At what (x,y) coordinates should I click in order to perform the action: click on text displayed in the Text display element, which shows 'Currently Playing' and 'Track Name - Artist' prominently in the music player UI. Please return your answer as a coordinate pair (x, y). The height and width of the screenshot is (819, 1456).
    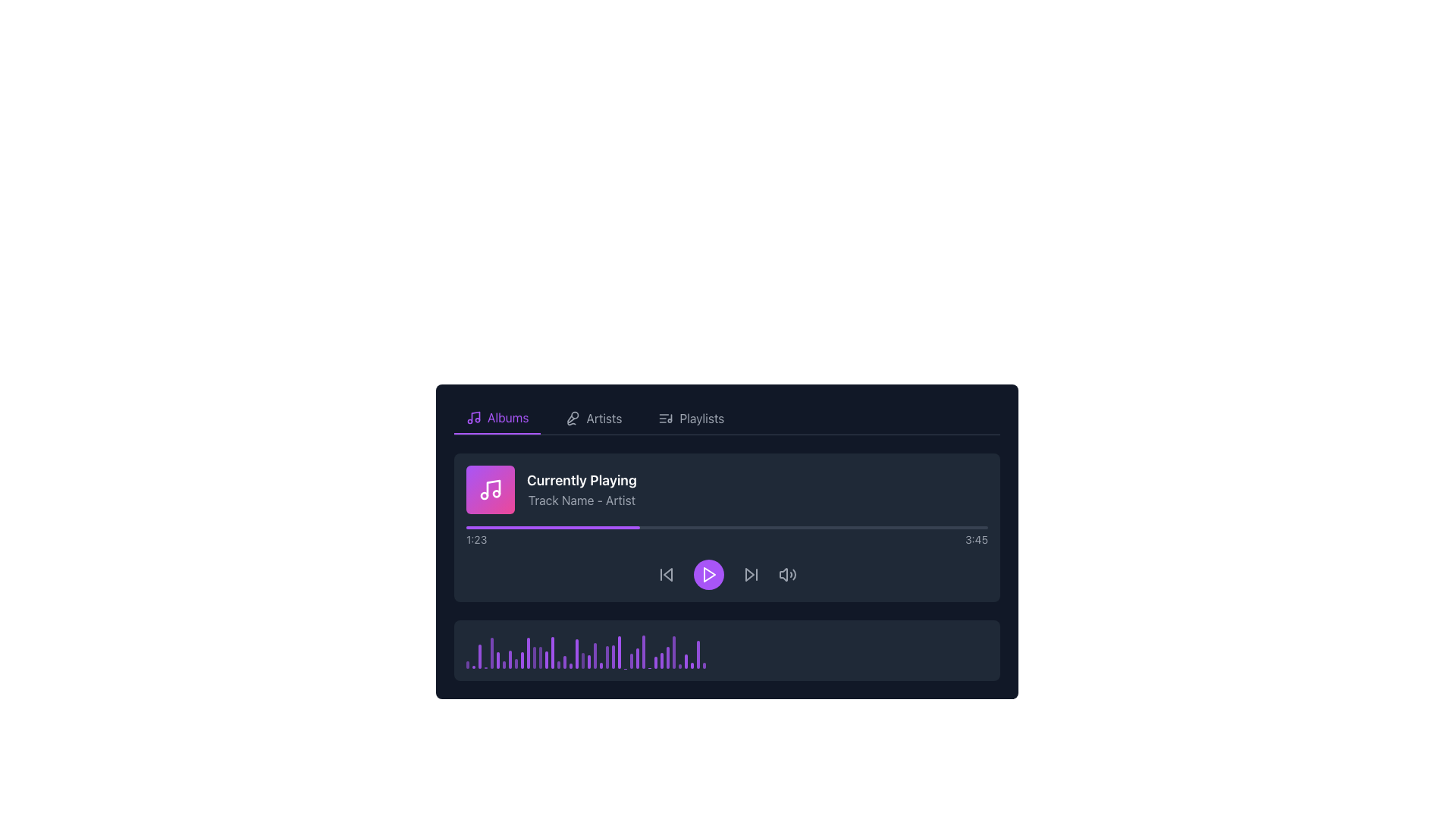
    Looking at the image, I should click on (581, 489).